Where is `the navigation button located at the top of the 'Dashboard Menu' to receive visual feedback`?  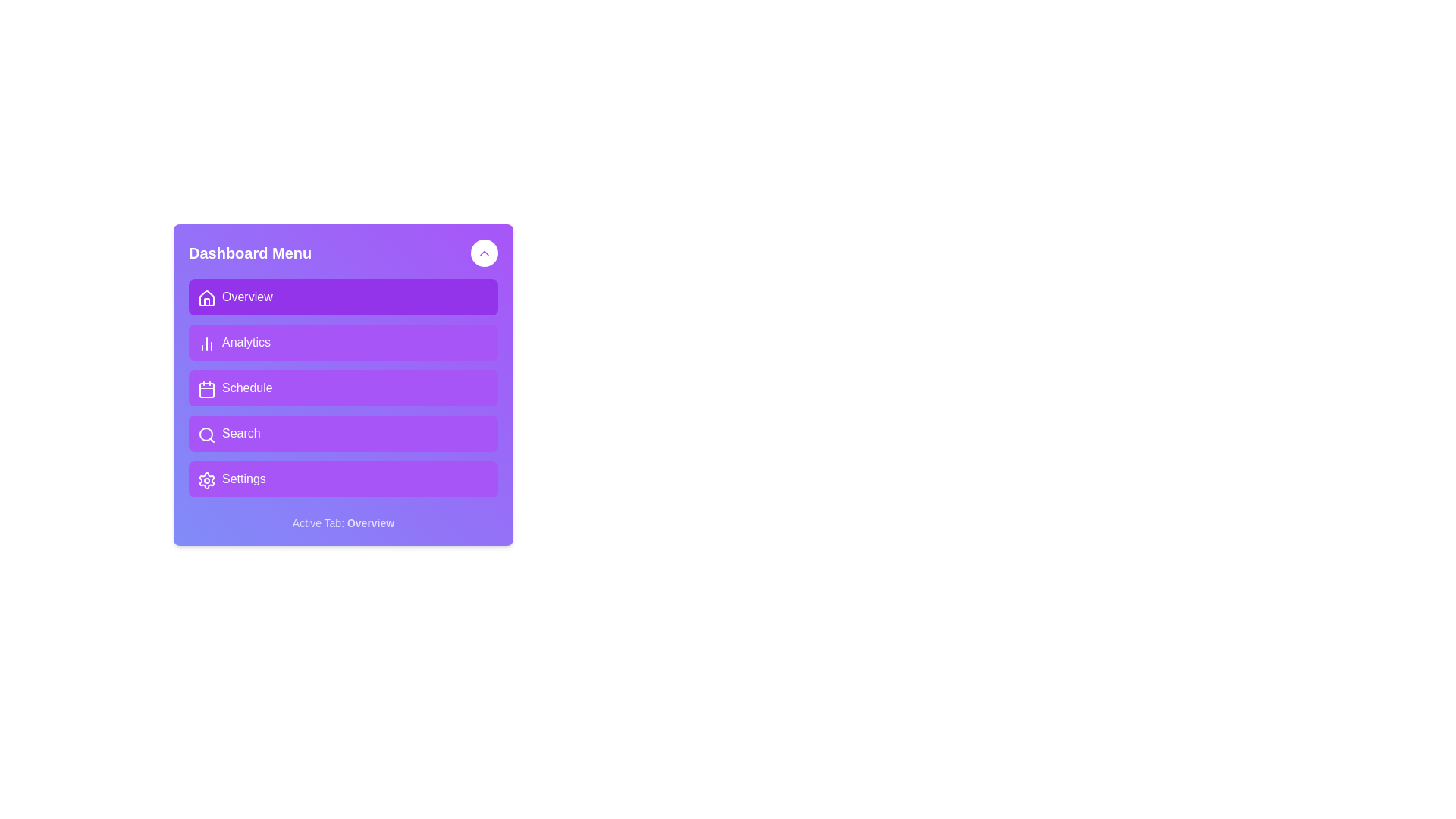
the navigation button located at the top of the 'Dashboard Menu' to receive visual feedback is located at coordinates (342, 297).